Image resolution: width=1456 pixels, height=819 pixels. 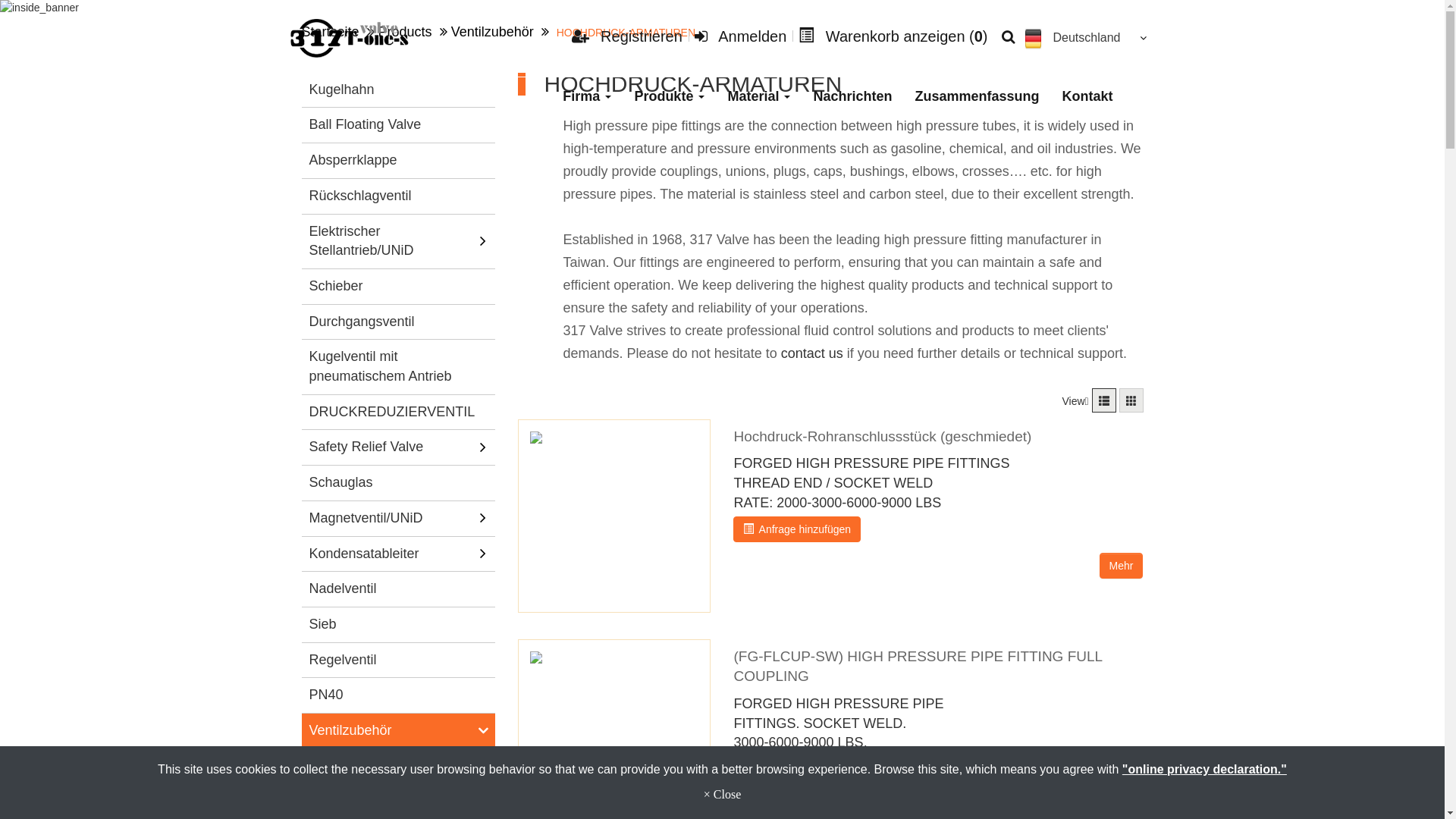 What do you see at coordinates (585, 96) in the screenshot?
I see `'Firma'` at bounding box center [585, 96].